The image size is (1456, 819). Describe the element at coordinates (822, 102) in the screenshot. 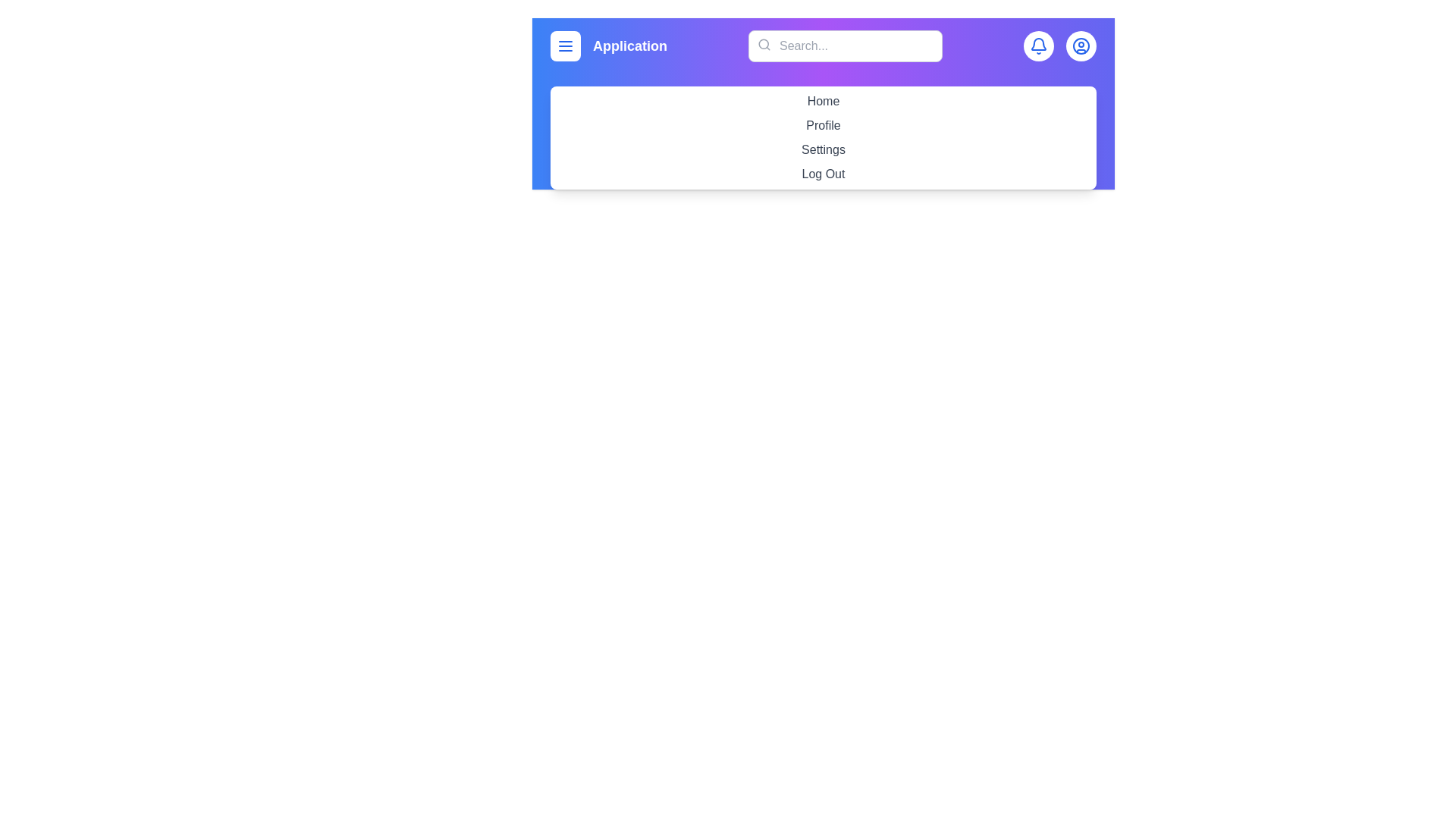

I see `the menu item labeled Home to navigate to its respective section` at that location.